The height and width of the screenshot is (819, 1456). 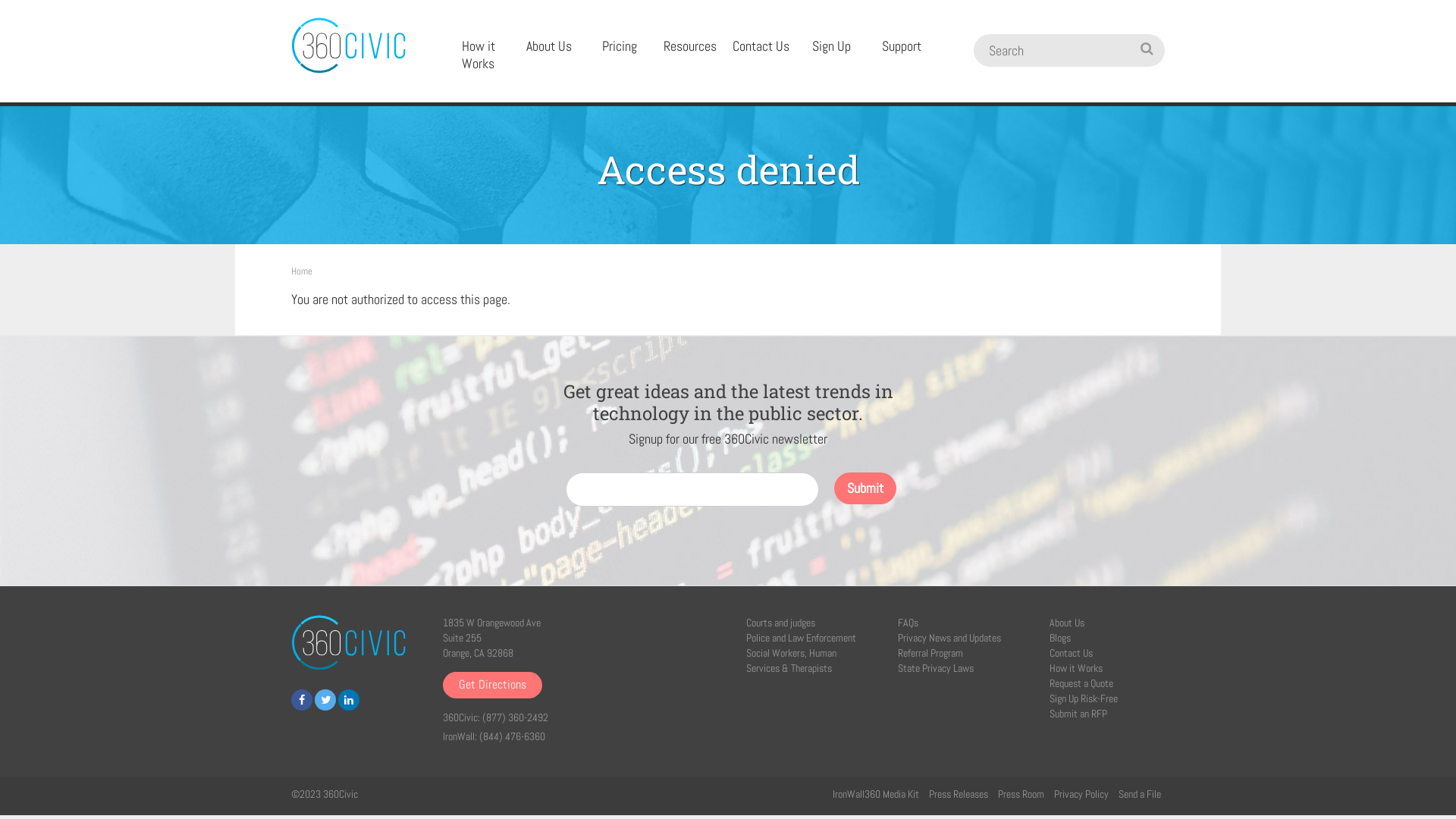 I want to click on 'Home', so click(x=302, y=271).